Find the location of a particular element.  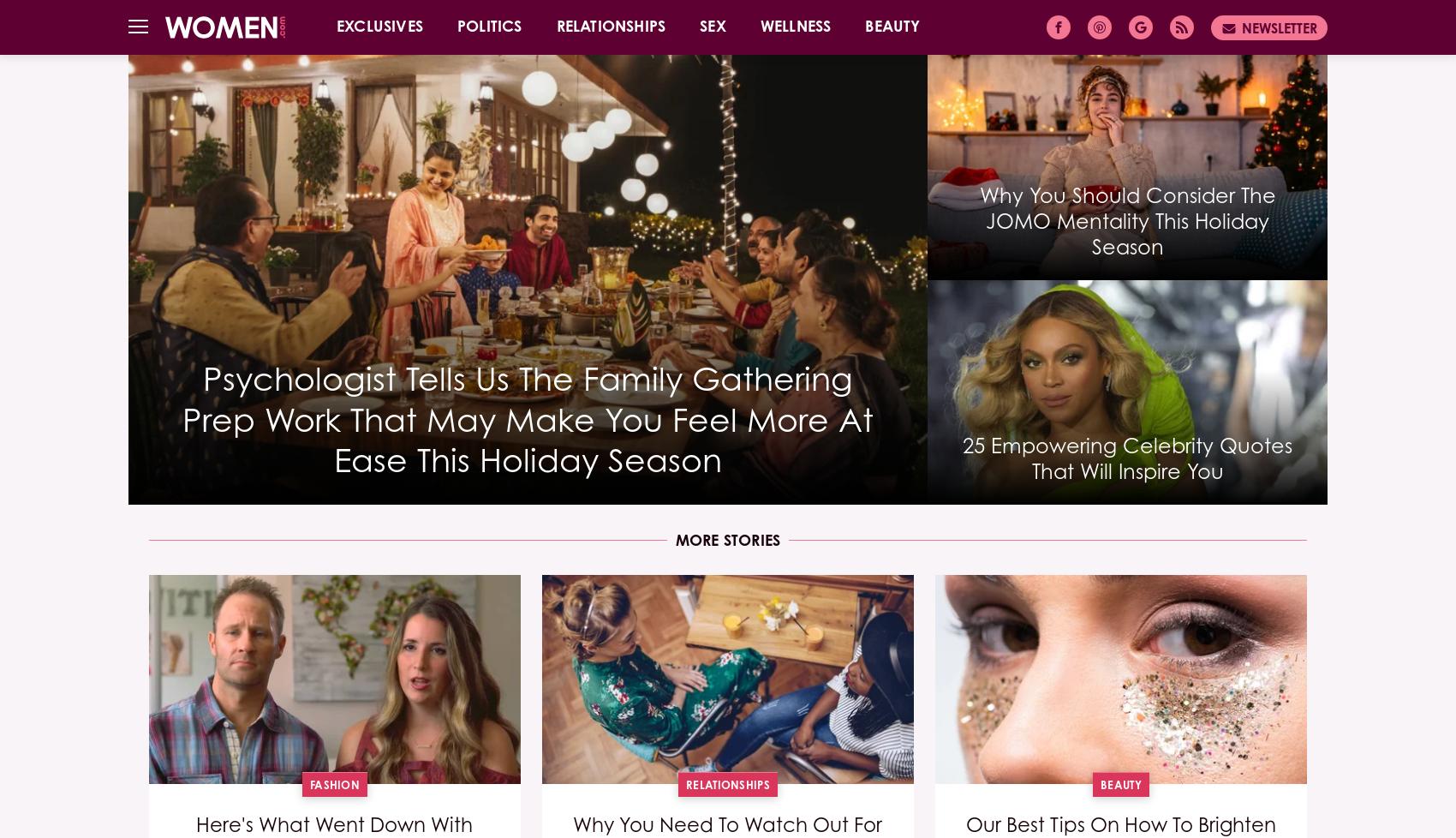

'FEATURES' is located at coordinates (519, 87).